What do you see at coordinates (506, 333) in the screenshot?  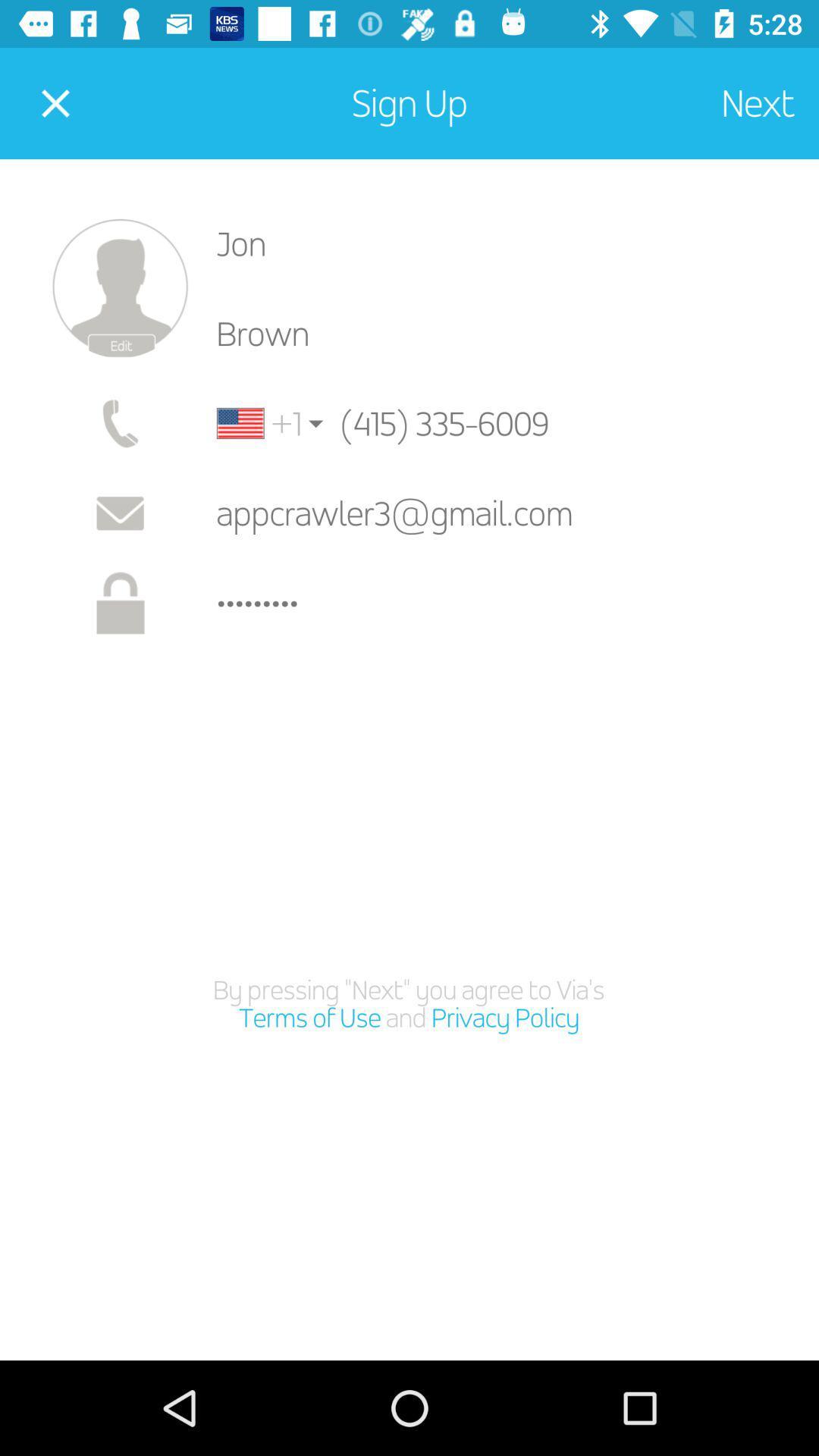 I see `item below jon icon` at bounding box center [506, 333].